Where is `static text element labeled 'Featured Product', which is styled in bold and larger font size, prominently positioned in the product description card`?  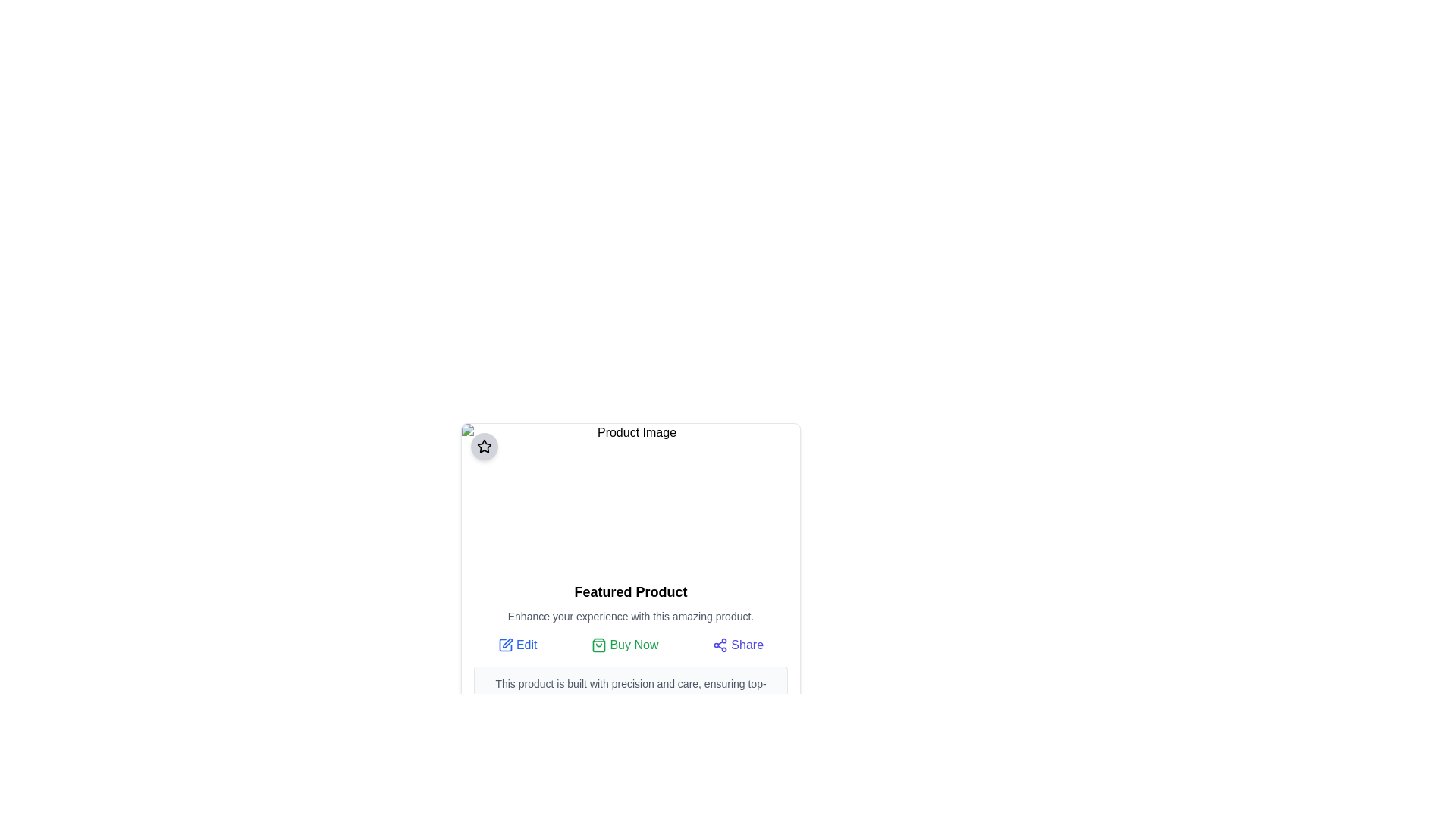
static text element labeled 'Featured Product', which is styled in bold and larger font size, prominently positioned in the product description card is located at coordinates (630, 591).